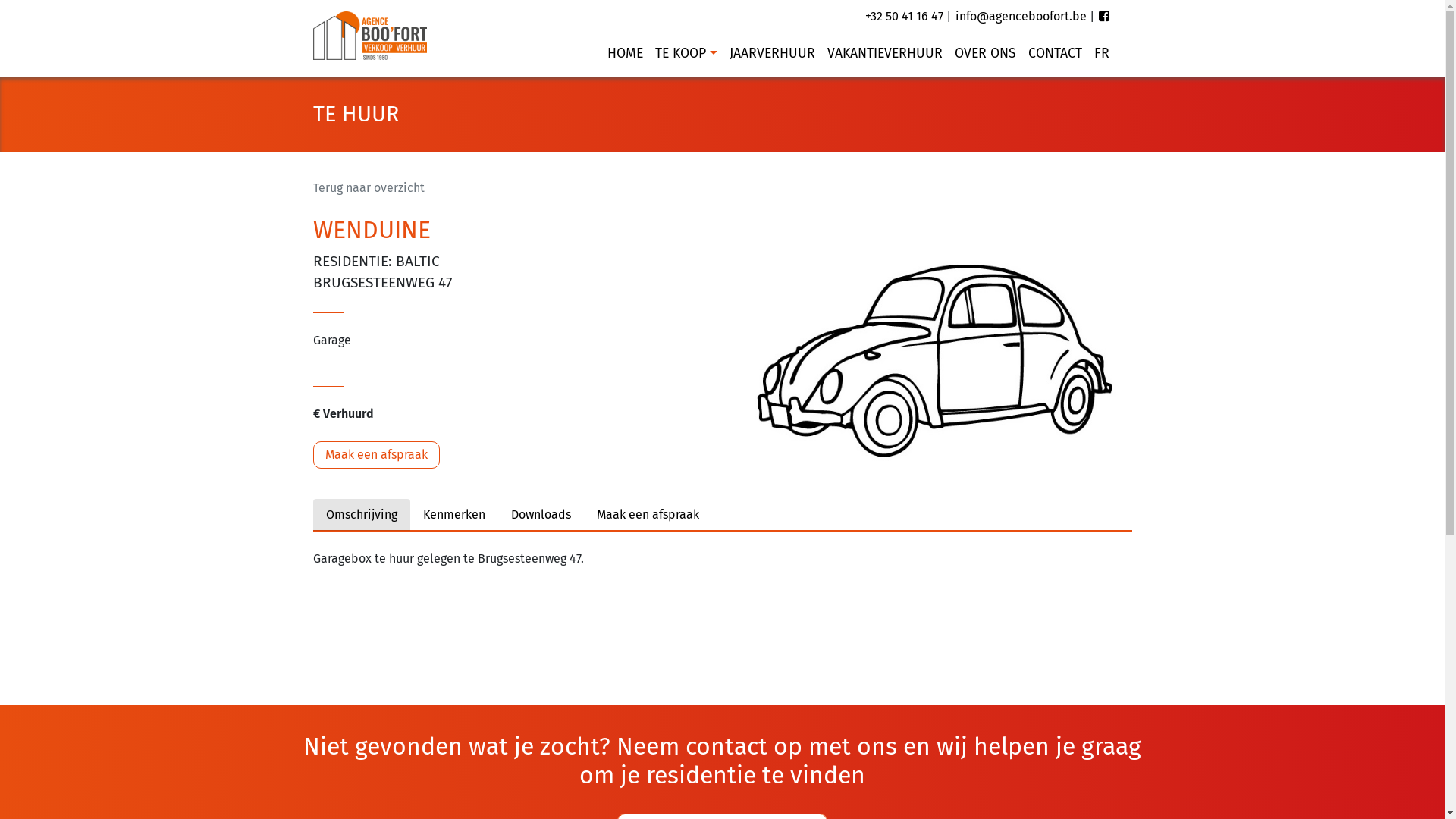 Image resolution: width=1456 pixels, height=819 pixels. What do you see at coordinates (312, 113) in the screenshot?
I see `'TE HUUR'` at bounding box center [312, 113].